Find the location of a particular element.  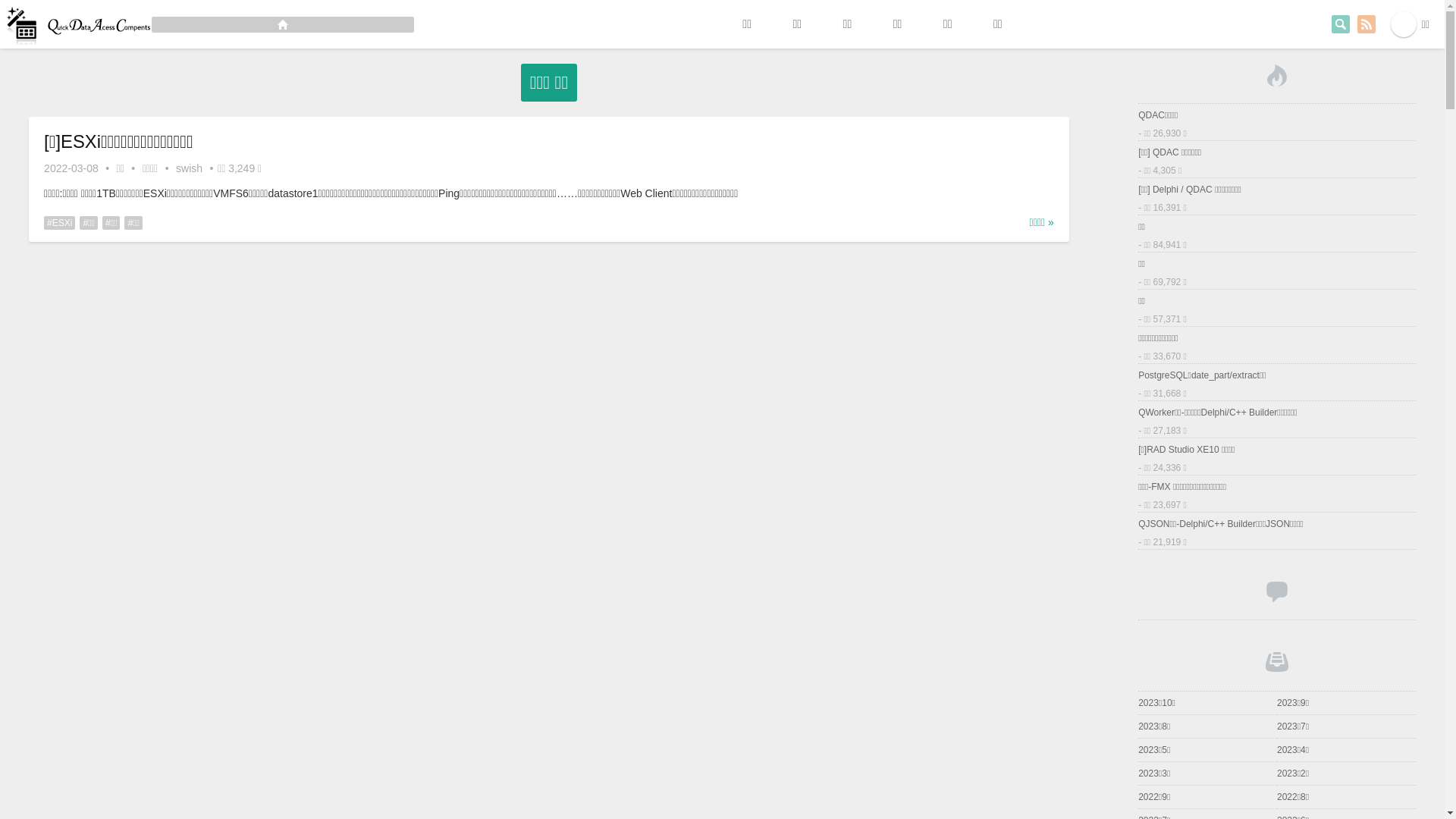

'2022-03-08' is located at coordinates (71, 168).